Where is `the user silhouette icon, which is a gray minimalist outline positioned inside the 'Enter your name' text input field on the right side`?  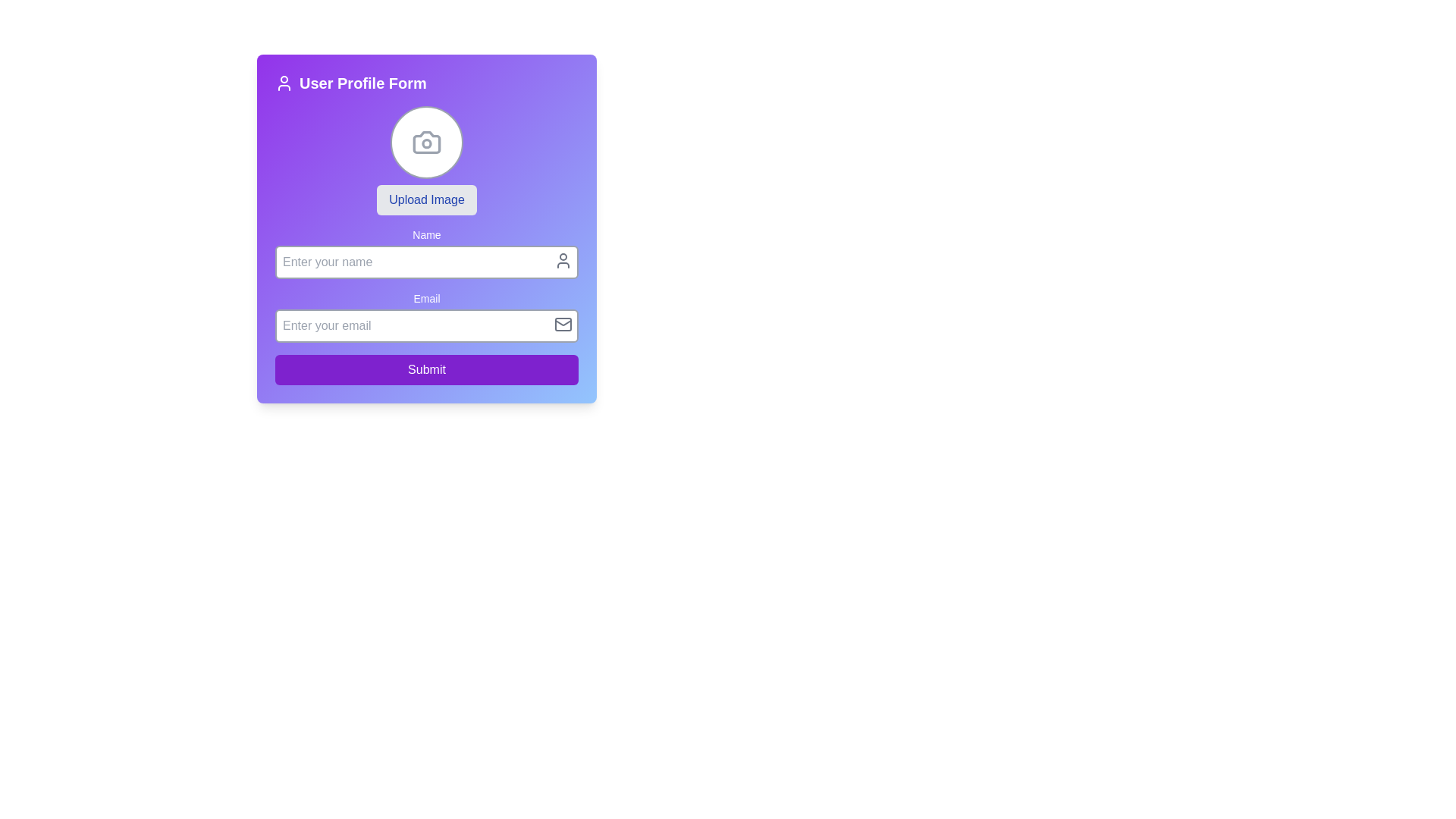
the user silhouette icon, which is a gray minimalist outline positioned inside the 'Enter your name' text input field on the right side is located at coordinates (563, 259).